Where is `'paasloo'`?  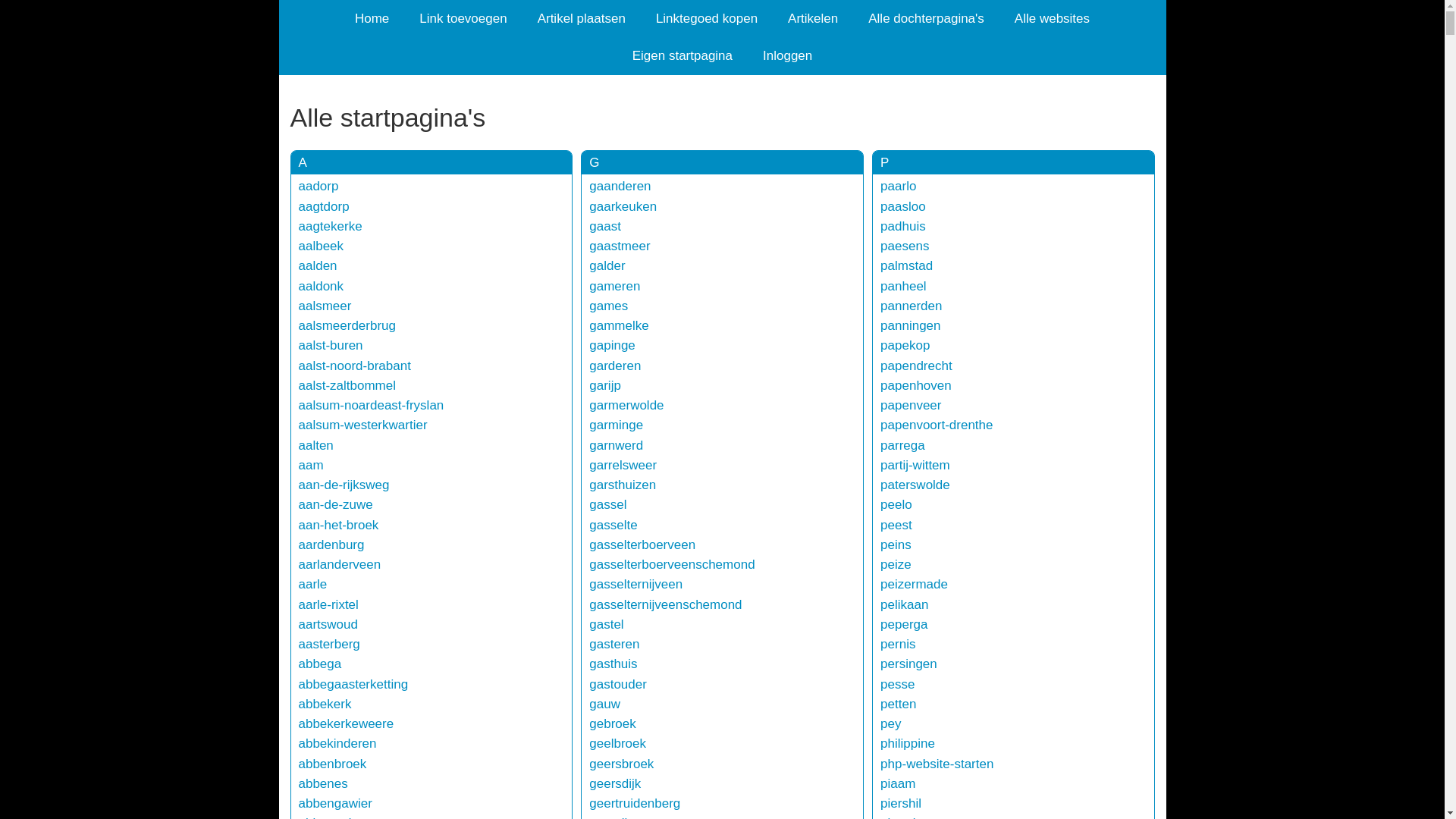 'paasloo' is located at coordinates (880, 206).